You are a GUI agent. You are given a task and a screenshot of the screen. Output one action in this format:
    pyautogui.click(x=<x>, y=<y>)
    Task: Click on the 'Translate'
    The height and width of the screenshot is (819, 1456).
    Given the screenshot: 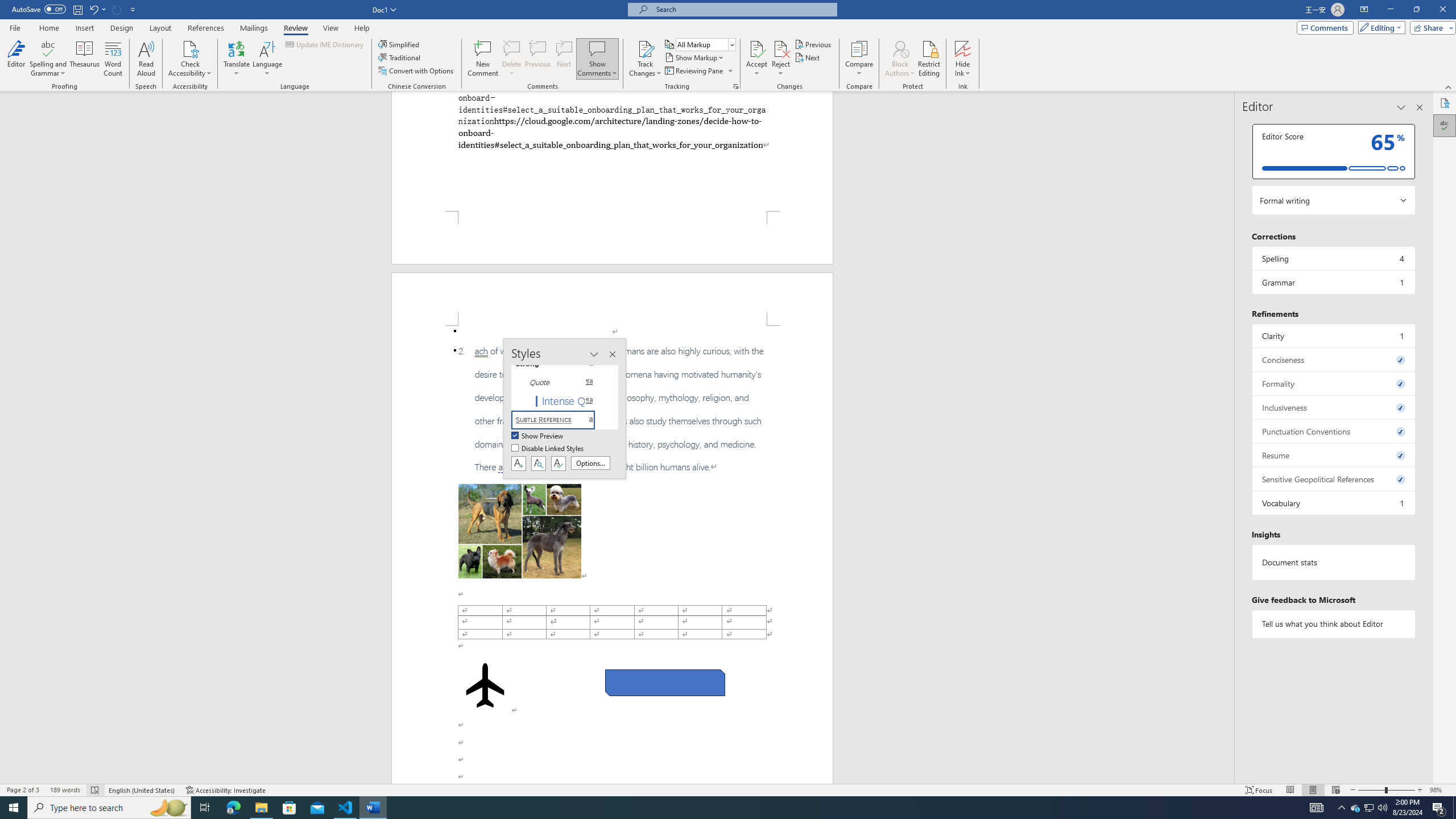 What is the action you would take?
    pyautogui.click(x=237, y=59)
    